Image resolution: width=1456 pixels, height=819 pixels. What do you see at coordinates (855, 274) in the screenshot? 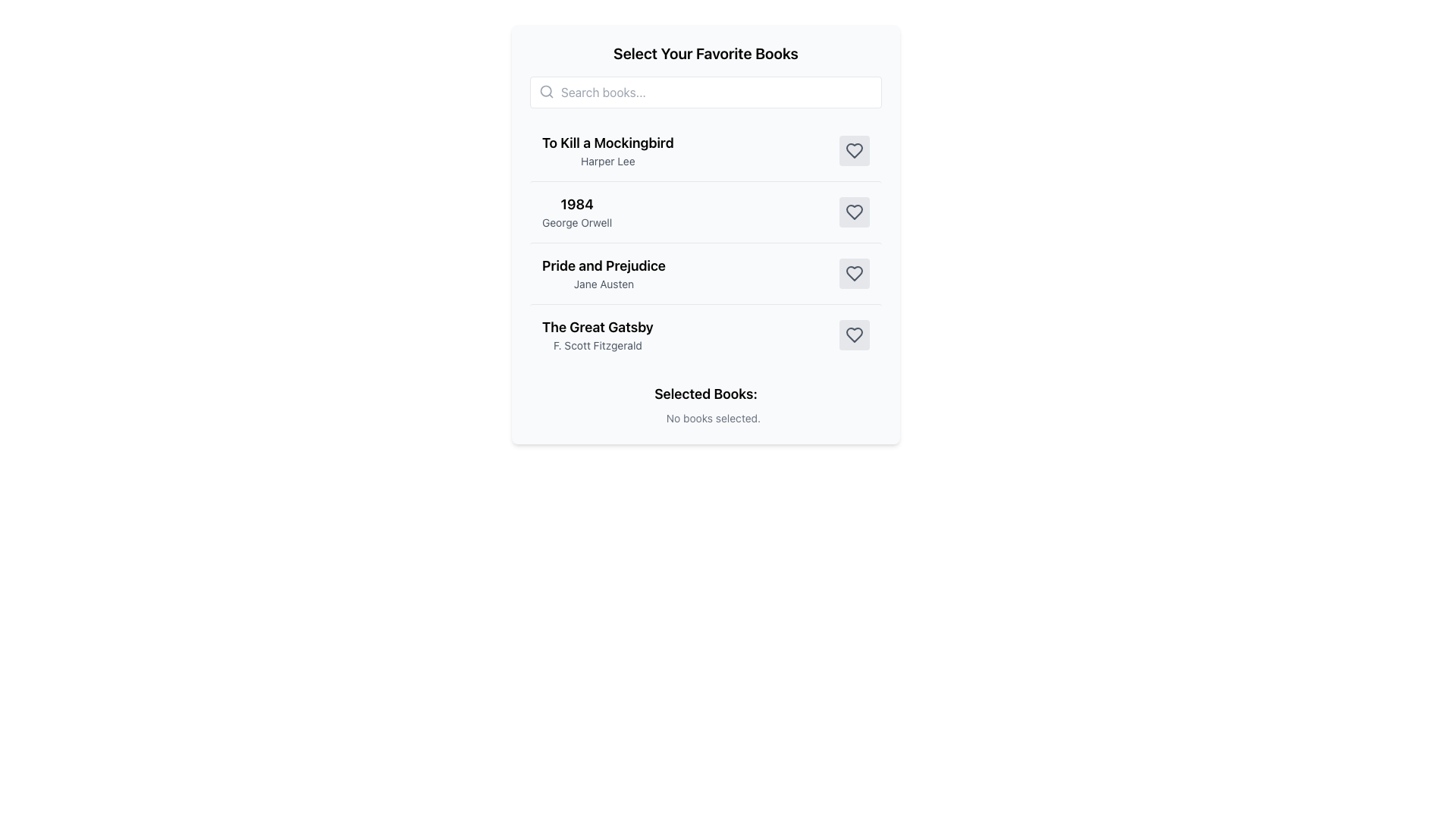
I see `the toggle button for marking or unmarking 'Pride and Prejudice' as favorite` at bounding box center [855, 274].